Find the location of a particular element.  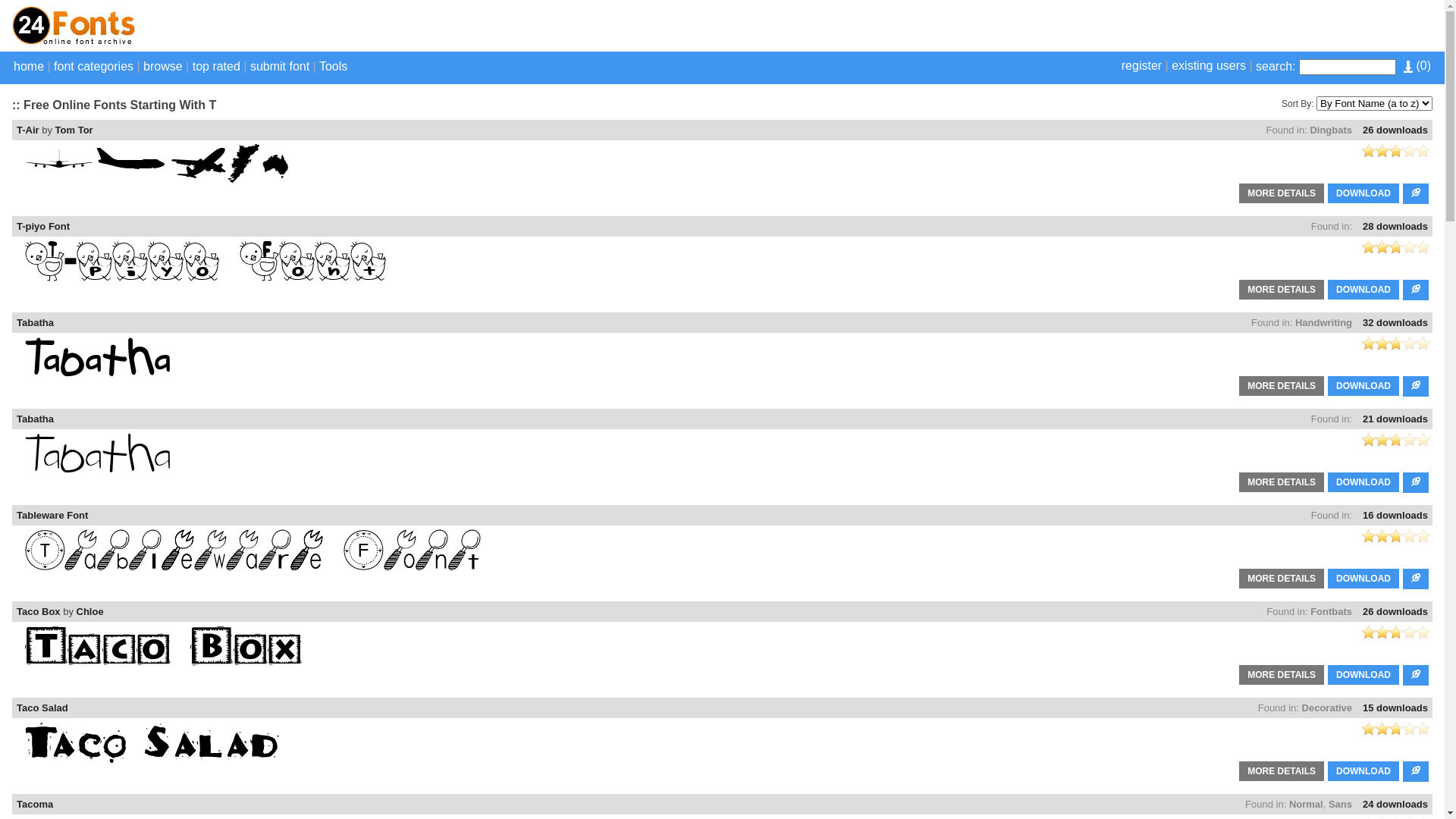

'32 downloads' is located at coordinates (1395, 322).